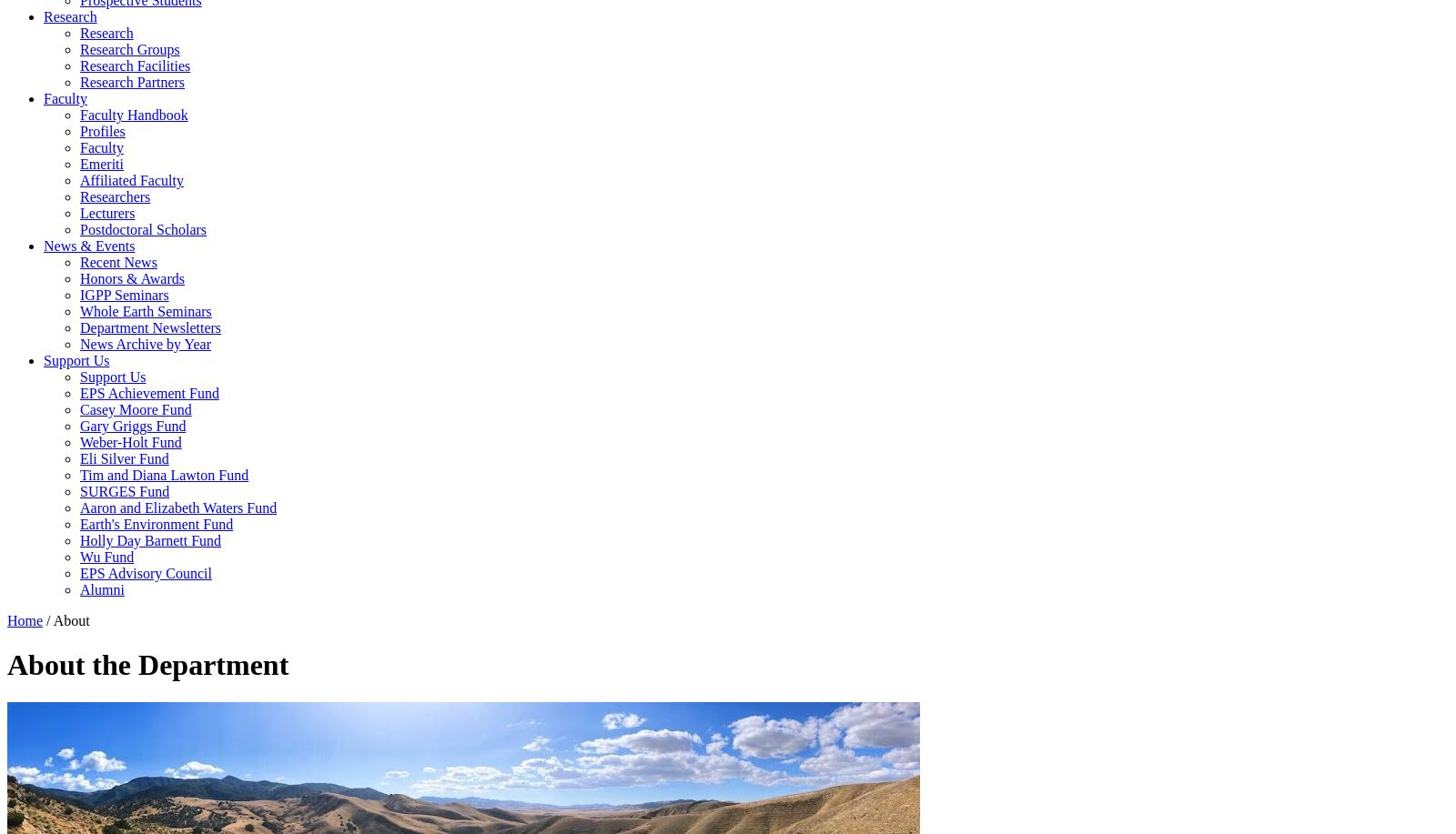  I want to click on 'SURGES Fund', so click(79, 491).